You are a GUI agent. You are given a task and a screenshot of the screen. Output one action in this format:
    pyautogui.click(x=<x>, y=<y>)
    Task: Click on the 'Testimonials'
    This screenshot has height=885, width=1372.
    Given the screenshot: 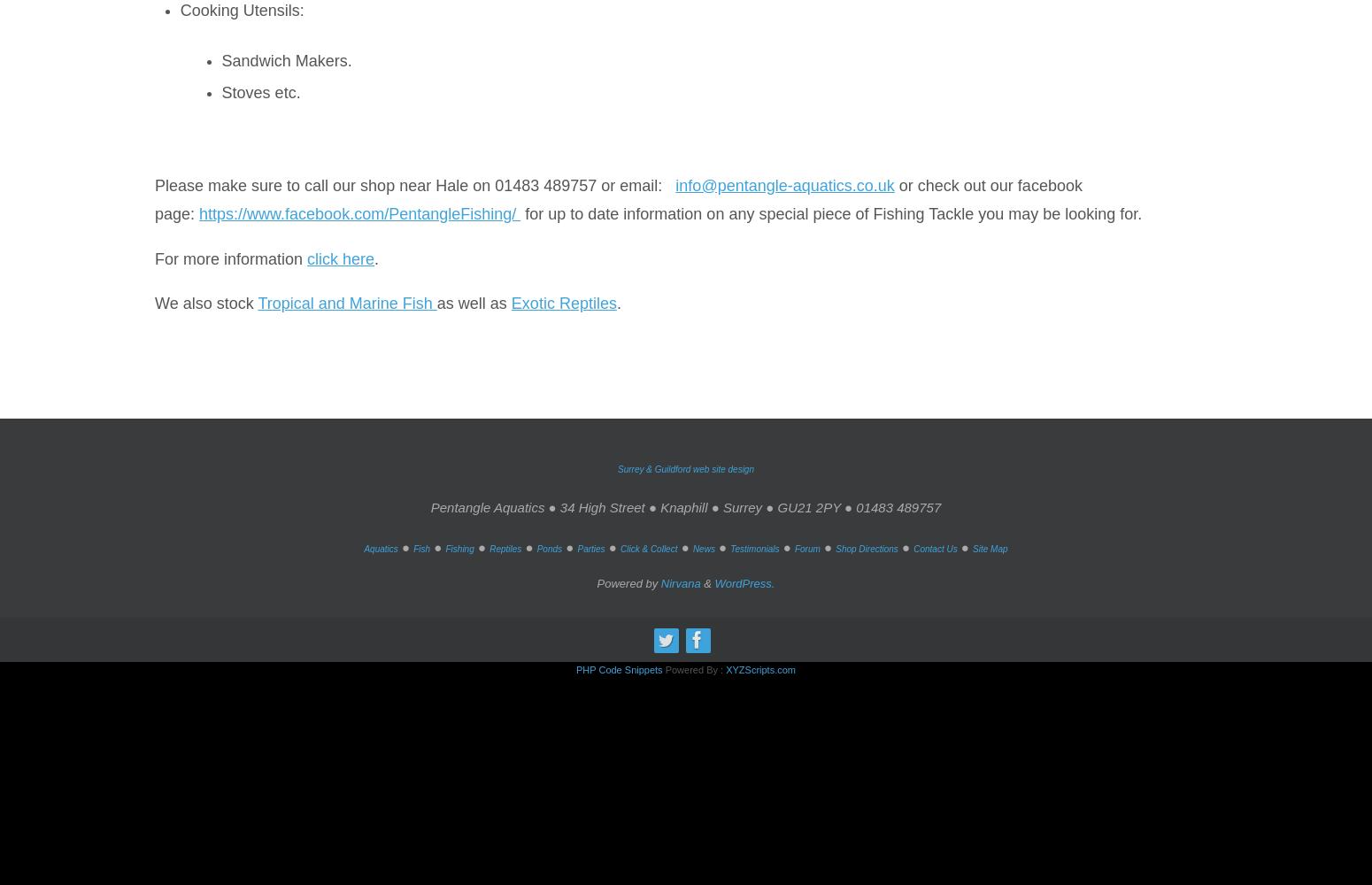 What is the action you would take?
    pyautogui.click(x=753, y=548)
    